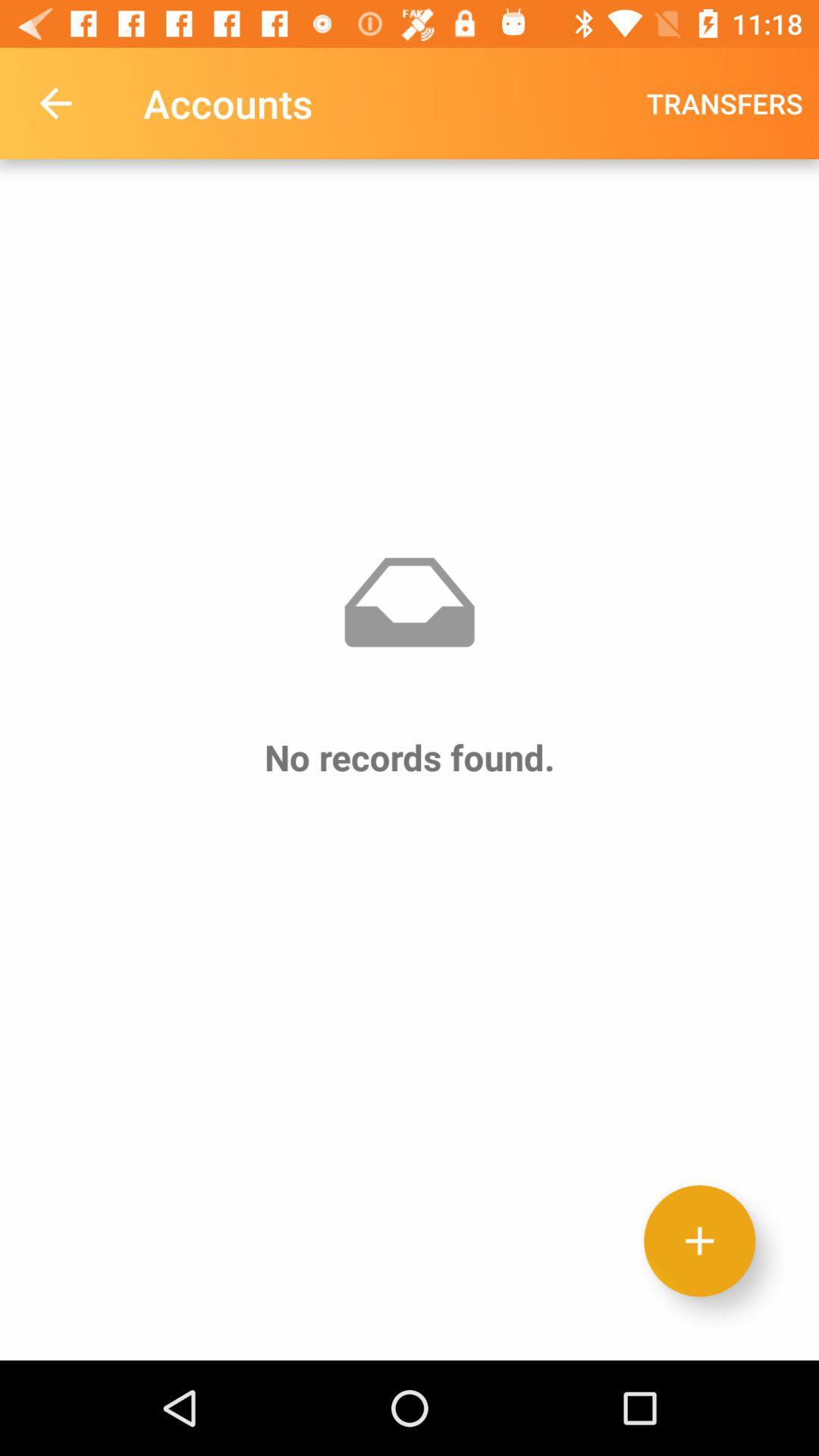 This screenshot has height=1456, width=819. I want to click on new record, so click(699, 1241).